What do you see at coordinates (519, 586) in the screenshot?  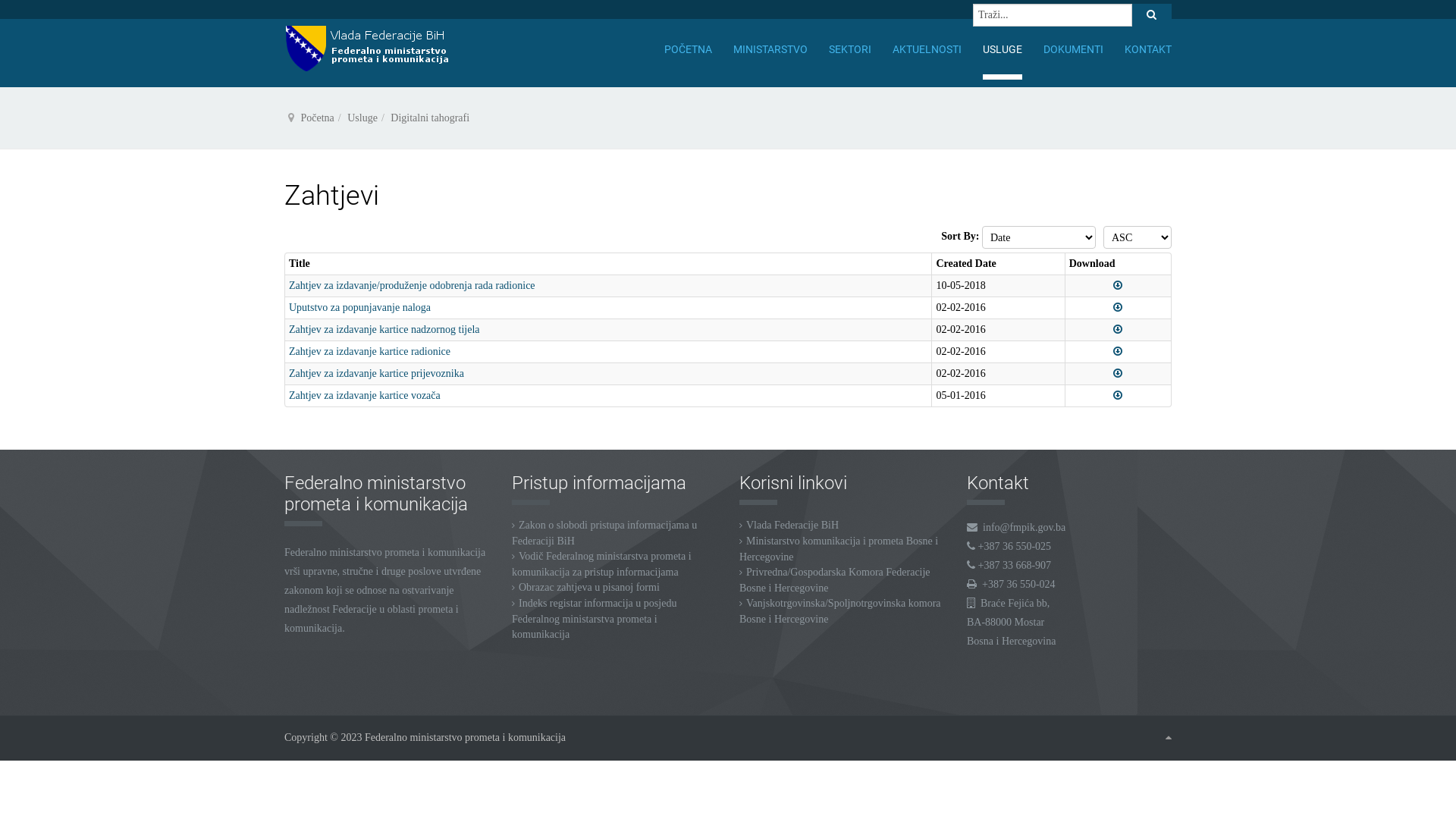 I see `'Obrazac zahtjeva u pisanoj formi'` at bounding box center [519, 586].